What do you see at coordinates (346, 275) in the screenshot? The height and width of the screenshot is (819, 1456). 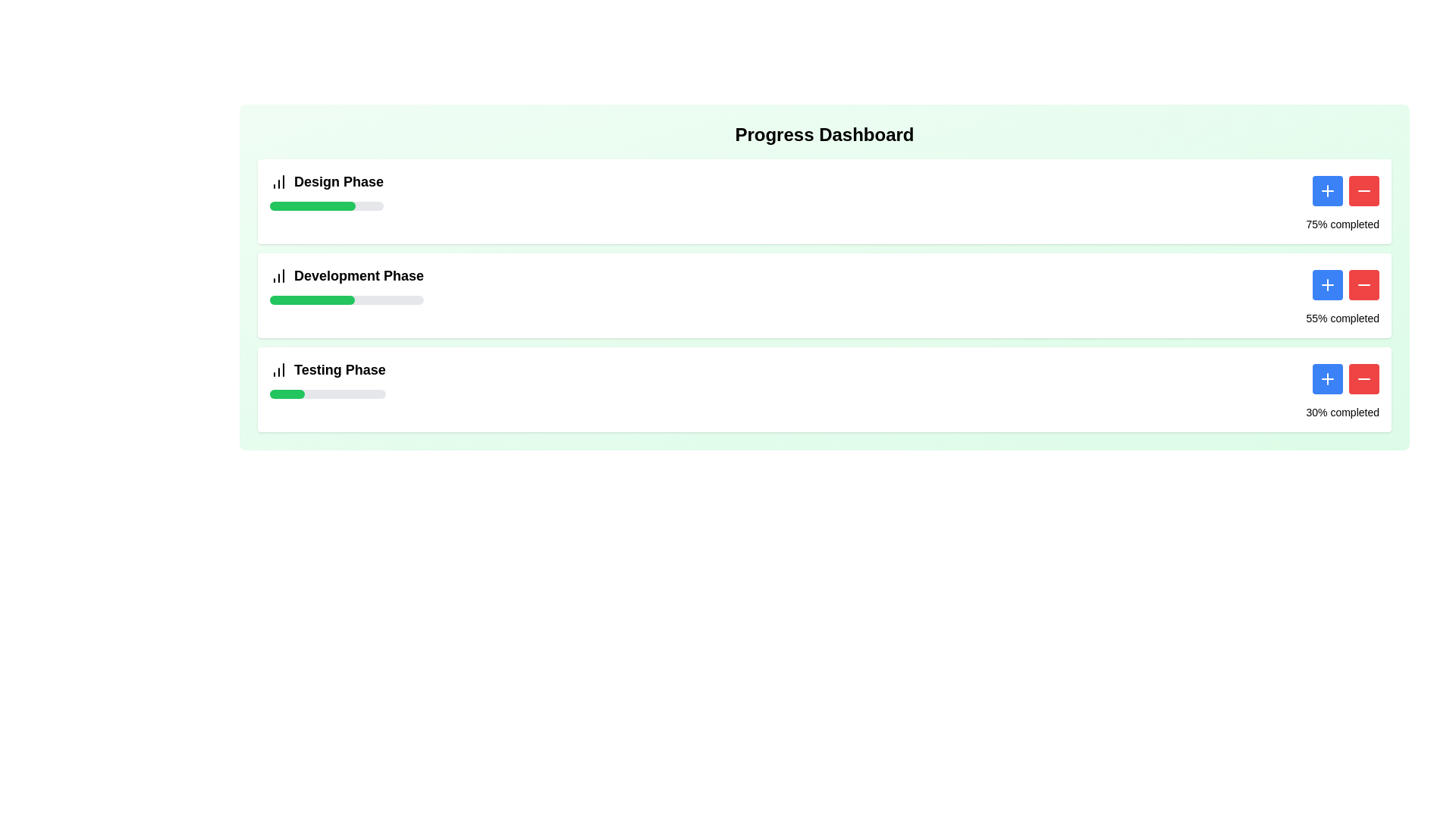 I see `the 'Development Phase' text label with an icon component, which is the second item in the vertical list of phases in the progress-tracking interface` at bounding box center [346, 275].